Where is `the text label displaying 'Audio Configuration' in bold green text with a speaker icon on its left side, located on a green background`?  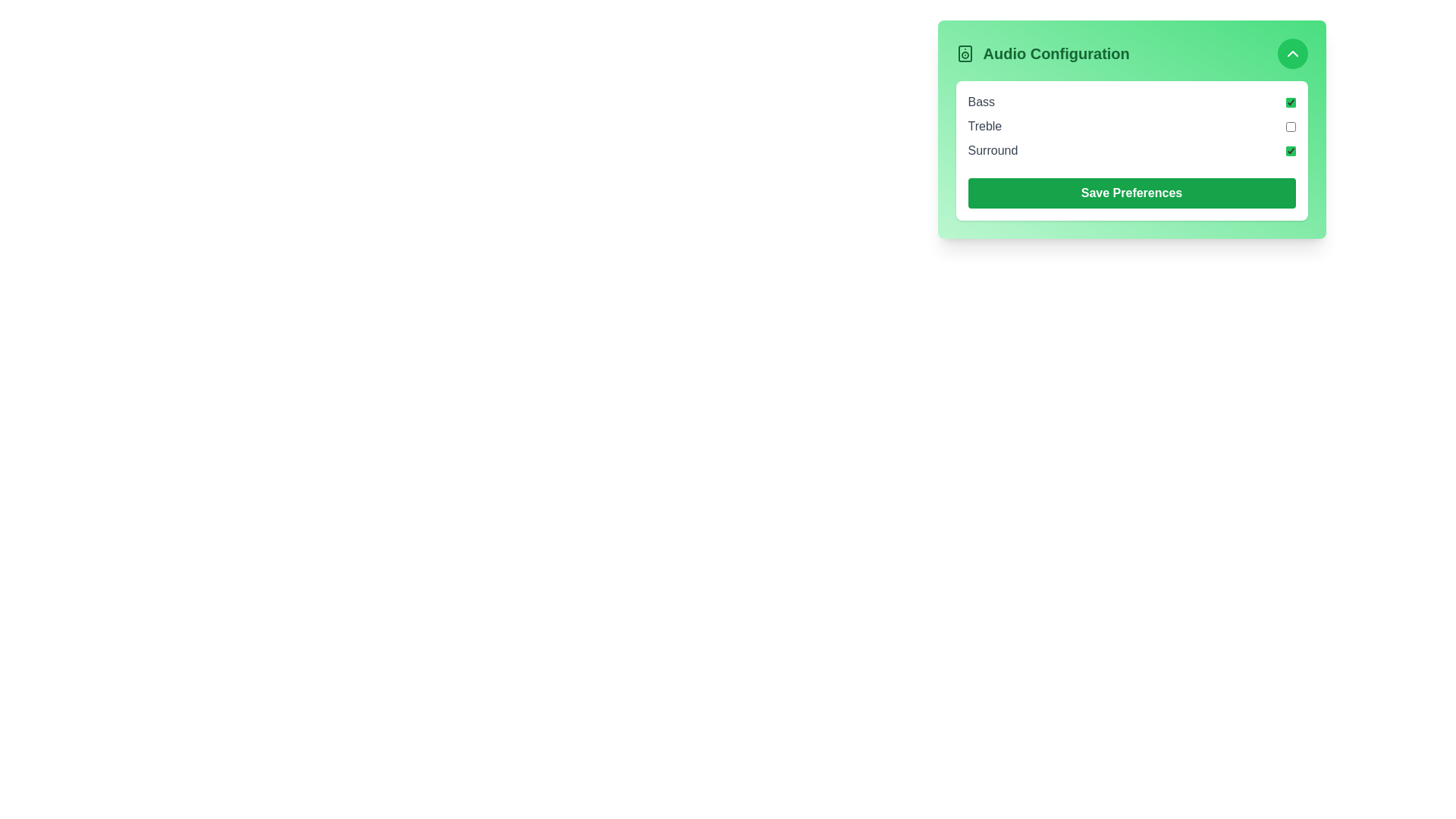
the text label displaying 'Audio Configuration' in bold green text with a speaker icon on its left side, located on a green background is located at coordinates (1042, 52).